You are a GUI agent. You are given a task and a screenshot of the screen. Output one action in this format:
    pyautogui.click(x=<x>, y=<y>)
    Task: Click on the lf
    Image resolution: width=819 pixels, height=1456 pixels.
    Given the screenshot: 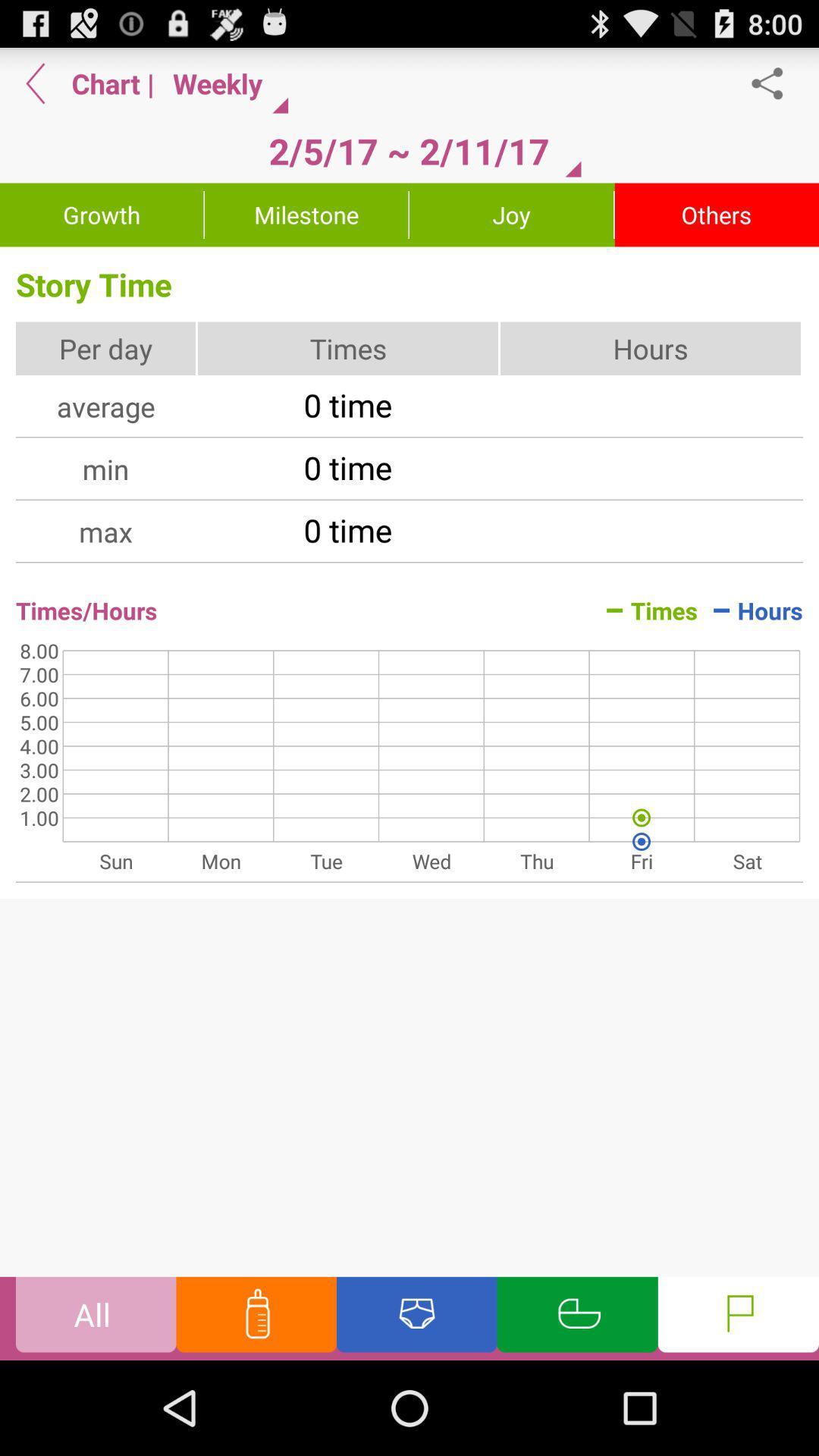 What is the action you would take?
    pyautogui.click(x=737, y=1317)
    